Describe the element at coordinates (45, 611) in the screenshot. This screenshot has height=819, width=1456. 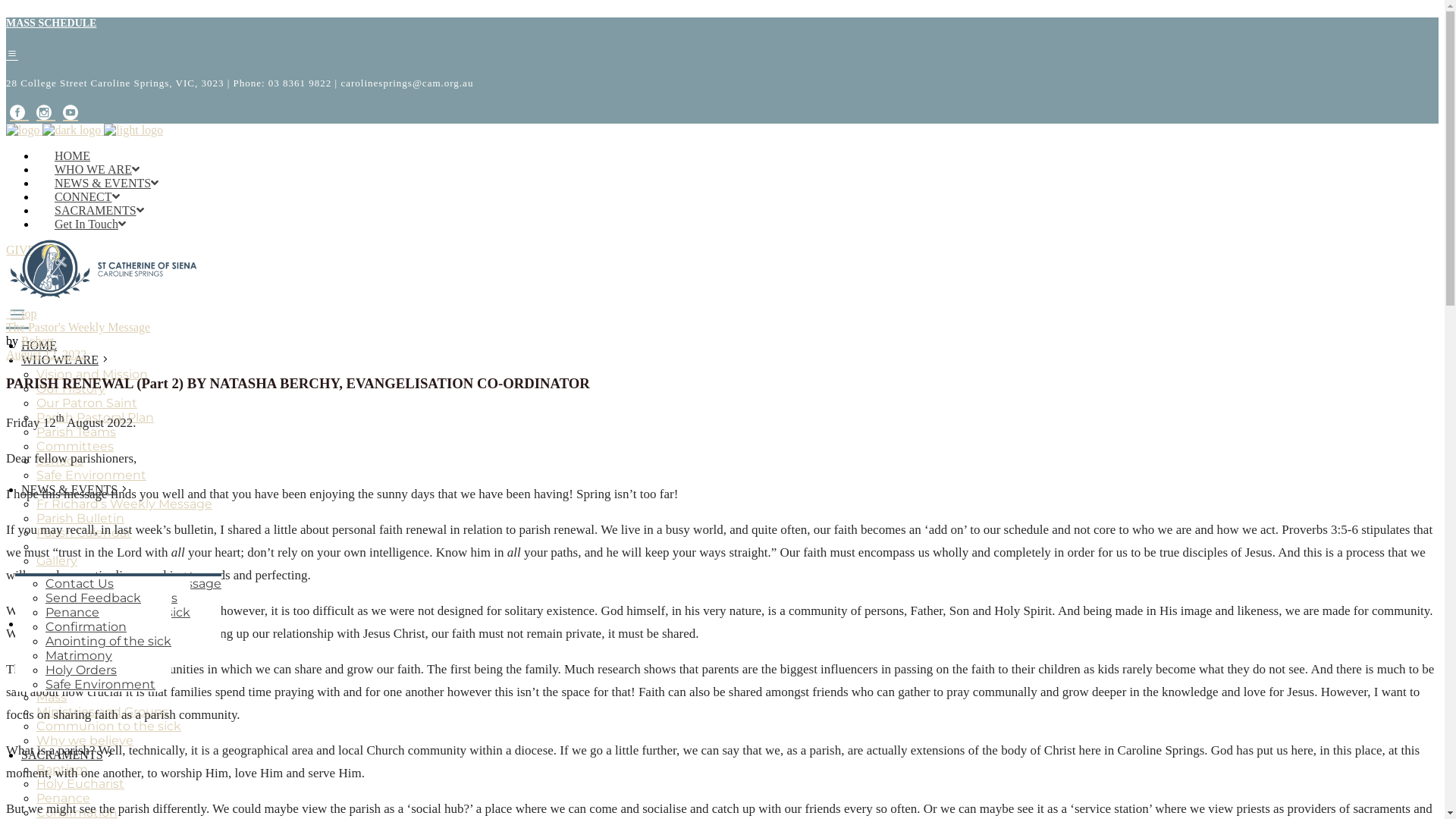
I see `'Penance'` at that location.